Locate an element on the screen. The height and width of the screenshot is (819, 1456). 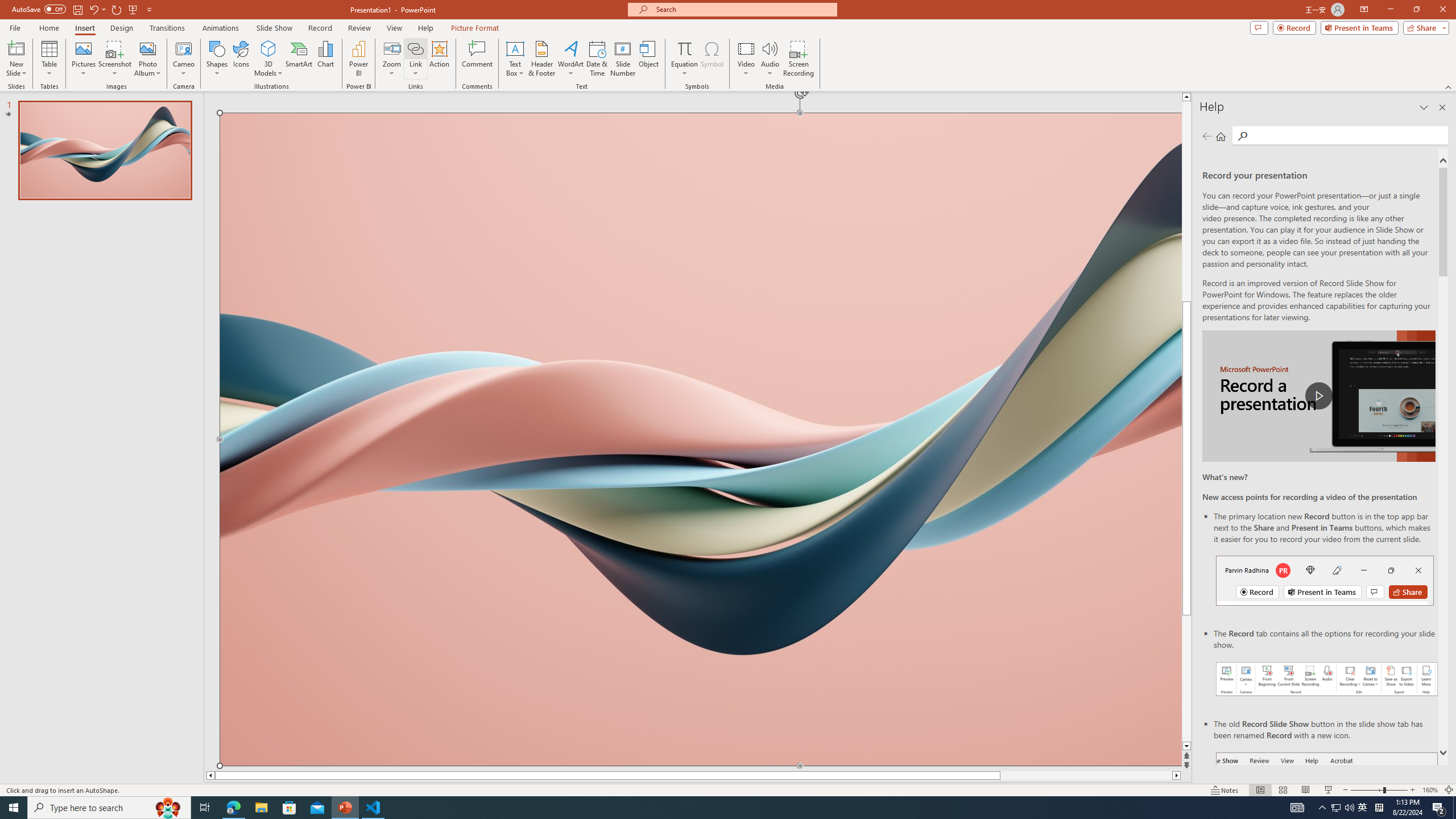
'3D Models' is located at coordinates (268, 59).